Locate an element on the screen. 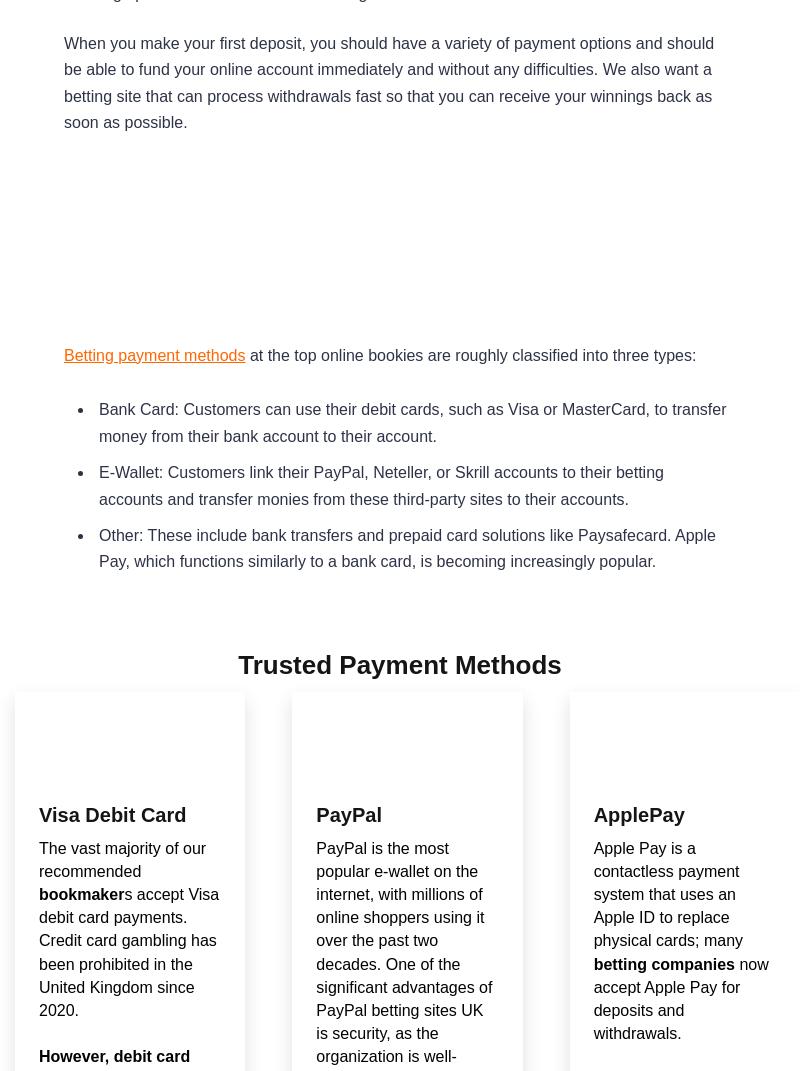 This screenshot has width=800, height=1071. 'Apple Pay is a contactless payment system that uses an Apple ID to replace physical cards; many' is located at coordinates (668, 893).